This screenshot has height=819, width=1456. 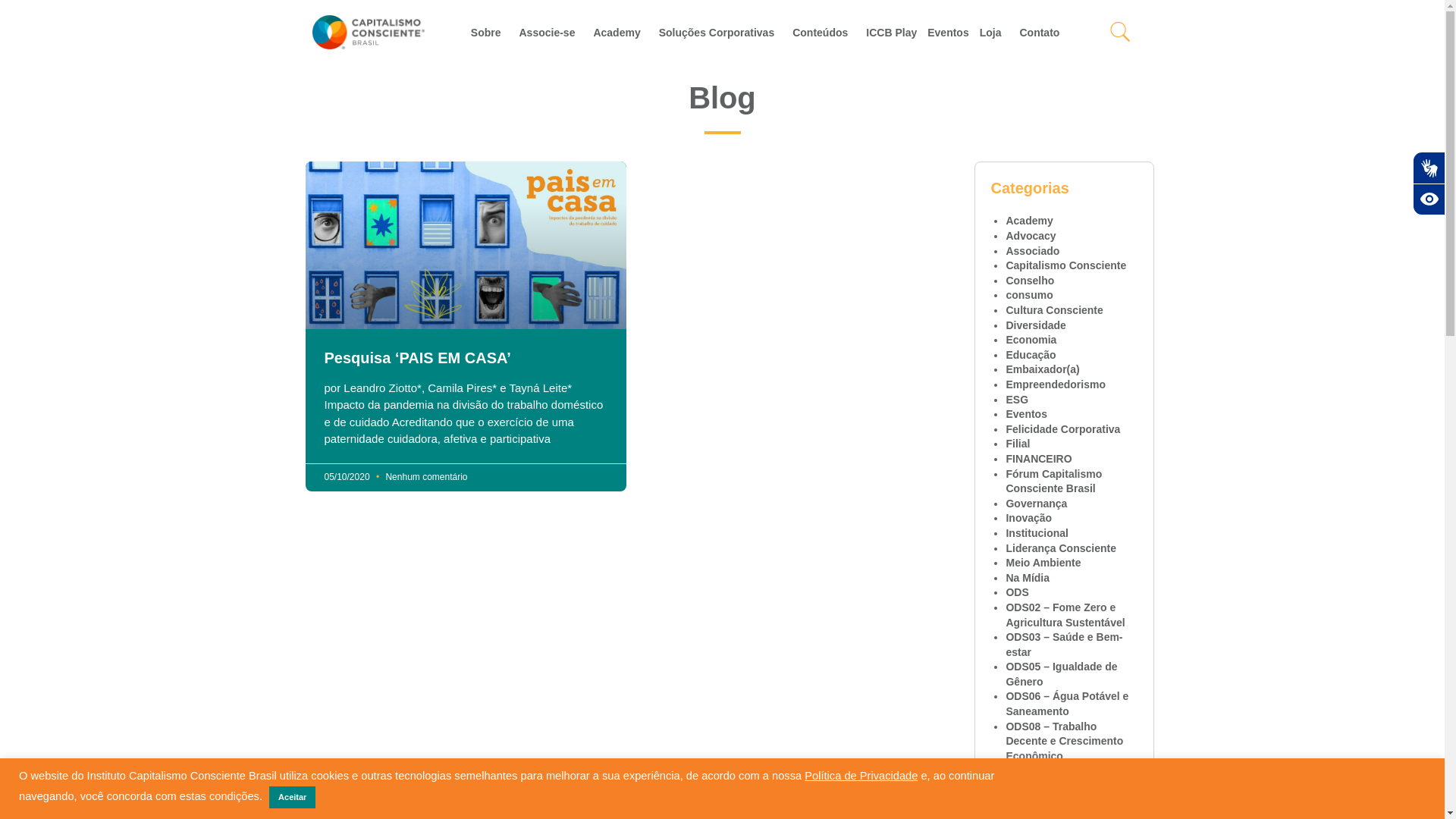 What do you see at coordinates (1030, 281) in the screenshot?
I see `'Conselho'` at bounding box center [1030, 281].